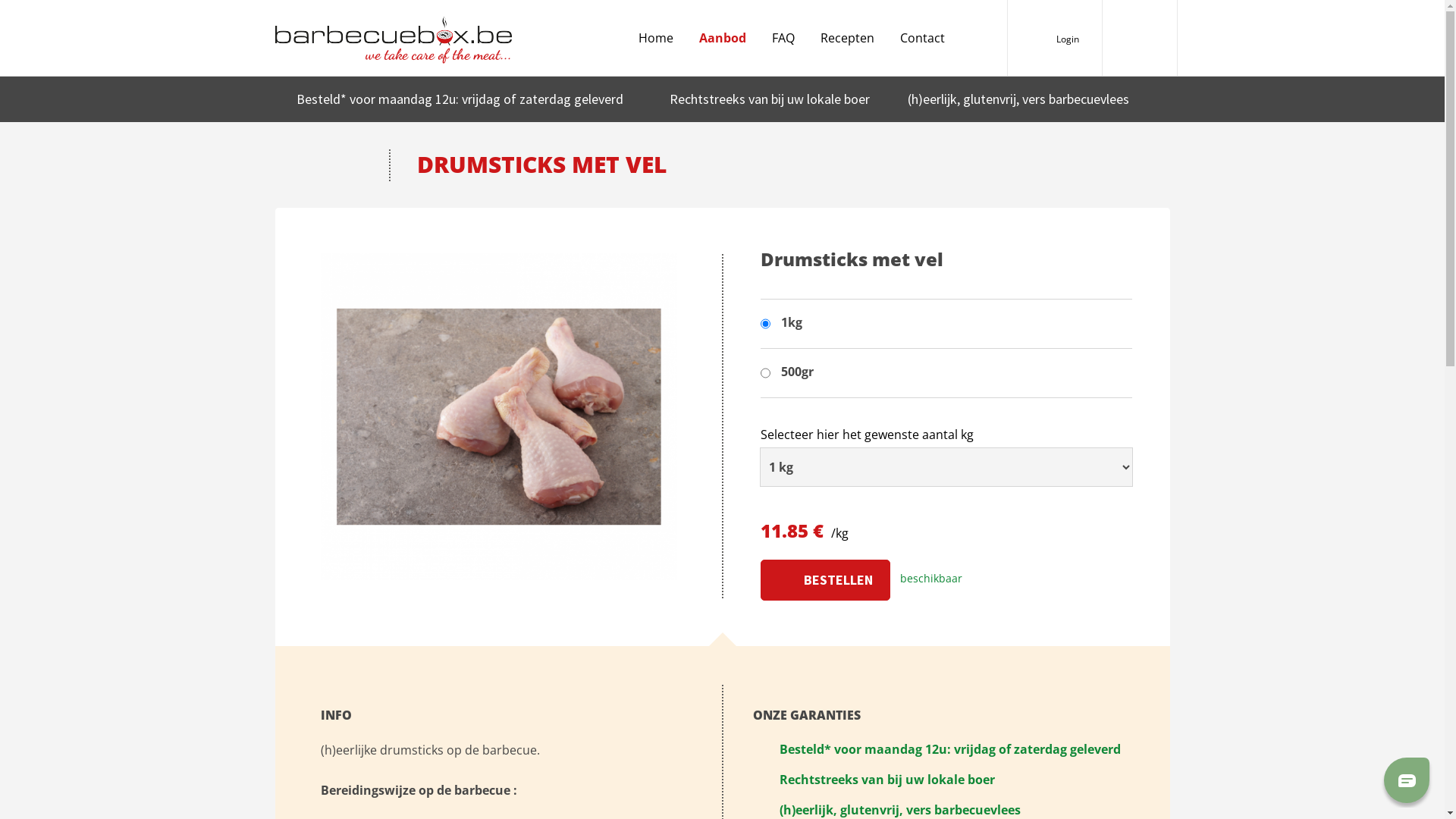  What do you see at coordinates (1139, 37) in the screenshot?
I see `'Barbecuebox'` at bounding box center [1139, 37].